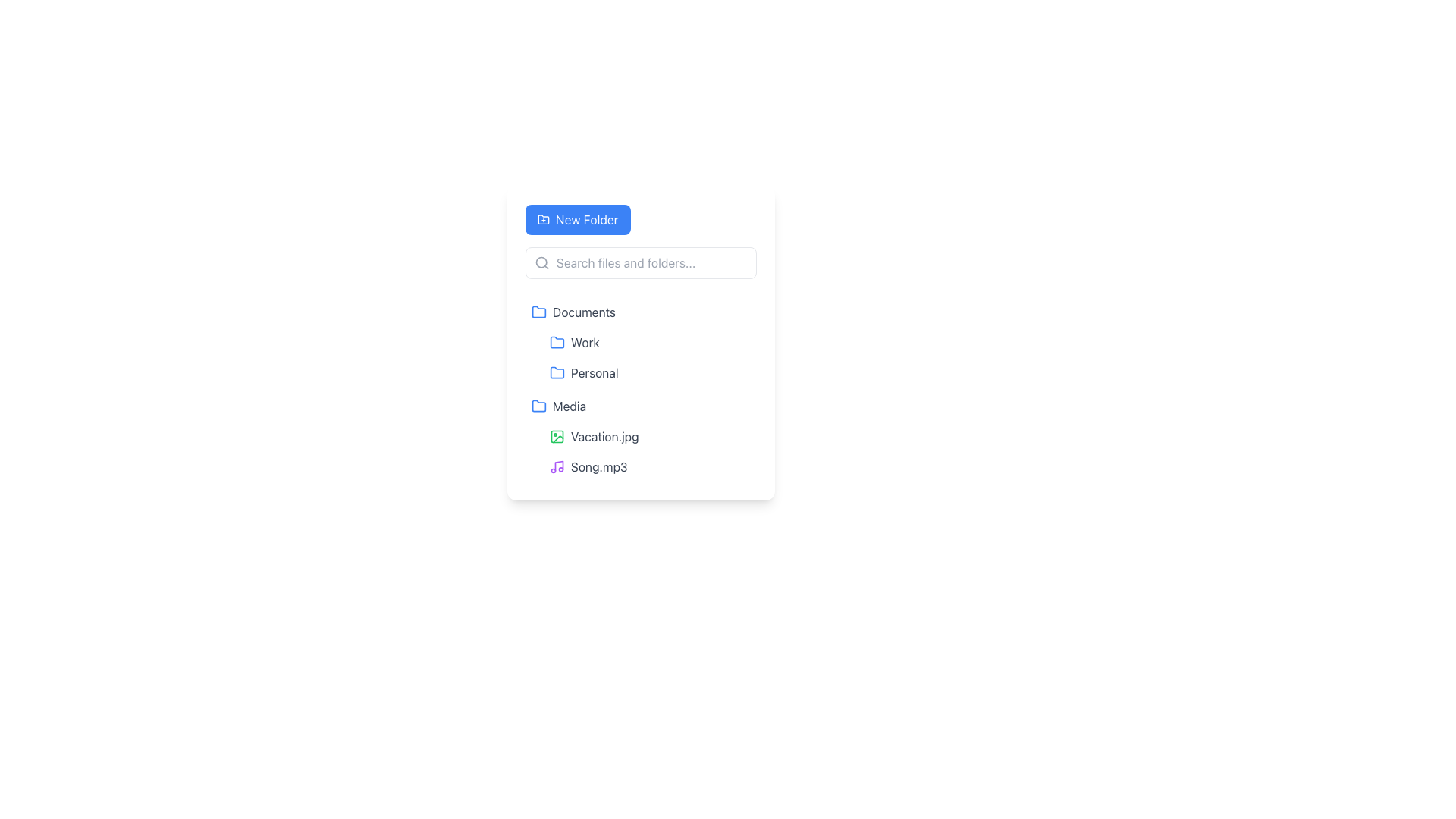 The width and height of the screenshot is (1456, 819). I want to click on the autocomplete suggestions in the text input field for searching files and folders, which has a white background, light gray border, and a magnifying glass icon on the left, so click(641, 262).